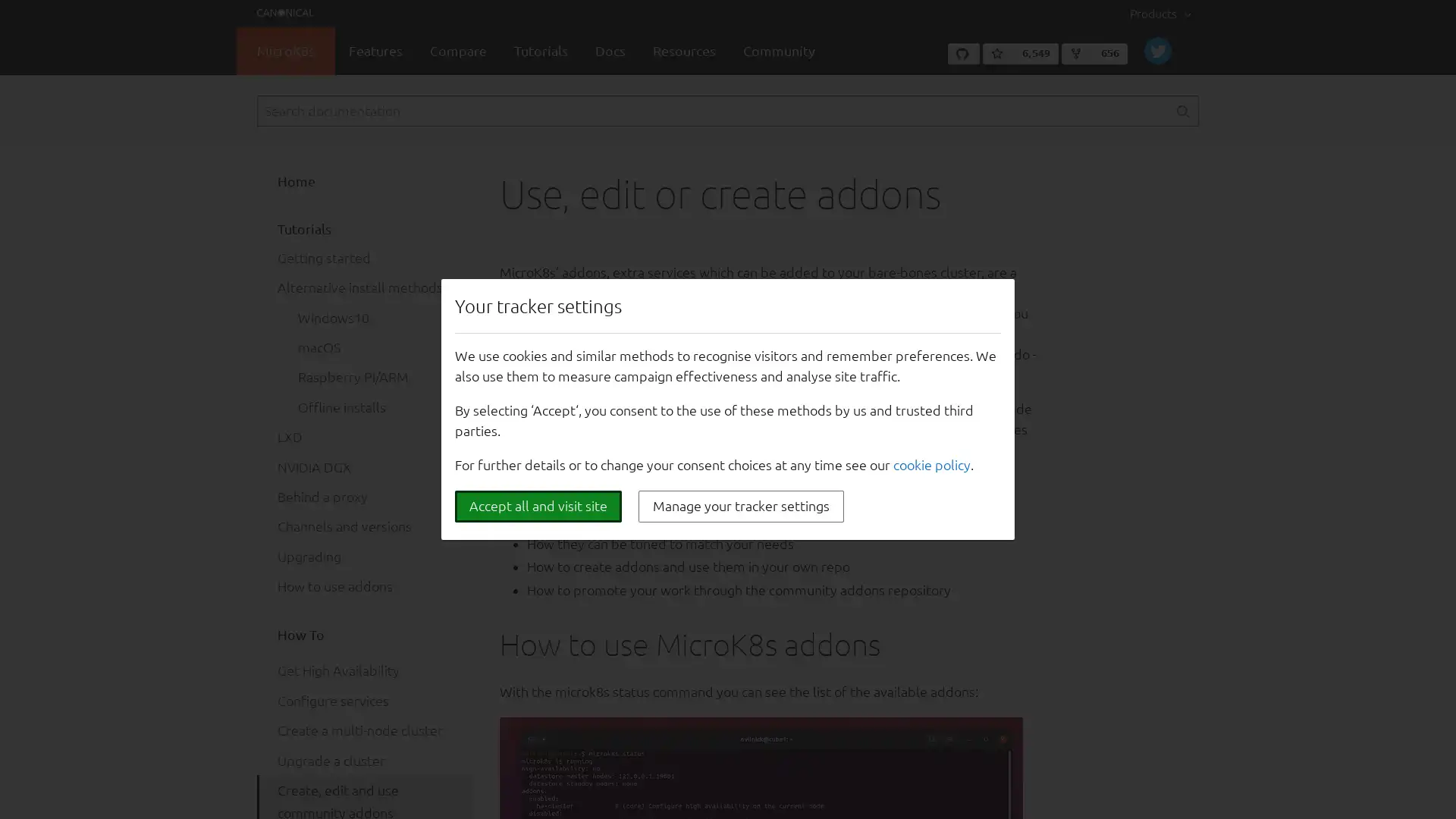 This screenshot has width=1456, height=819. Describe the element at coordinates (538, 506) in the screenshot. I see `Accept all and visit site` at that location.